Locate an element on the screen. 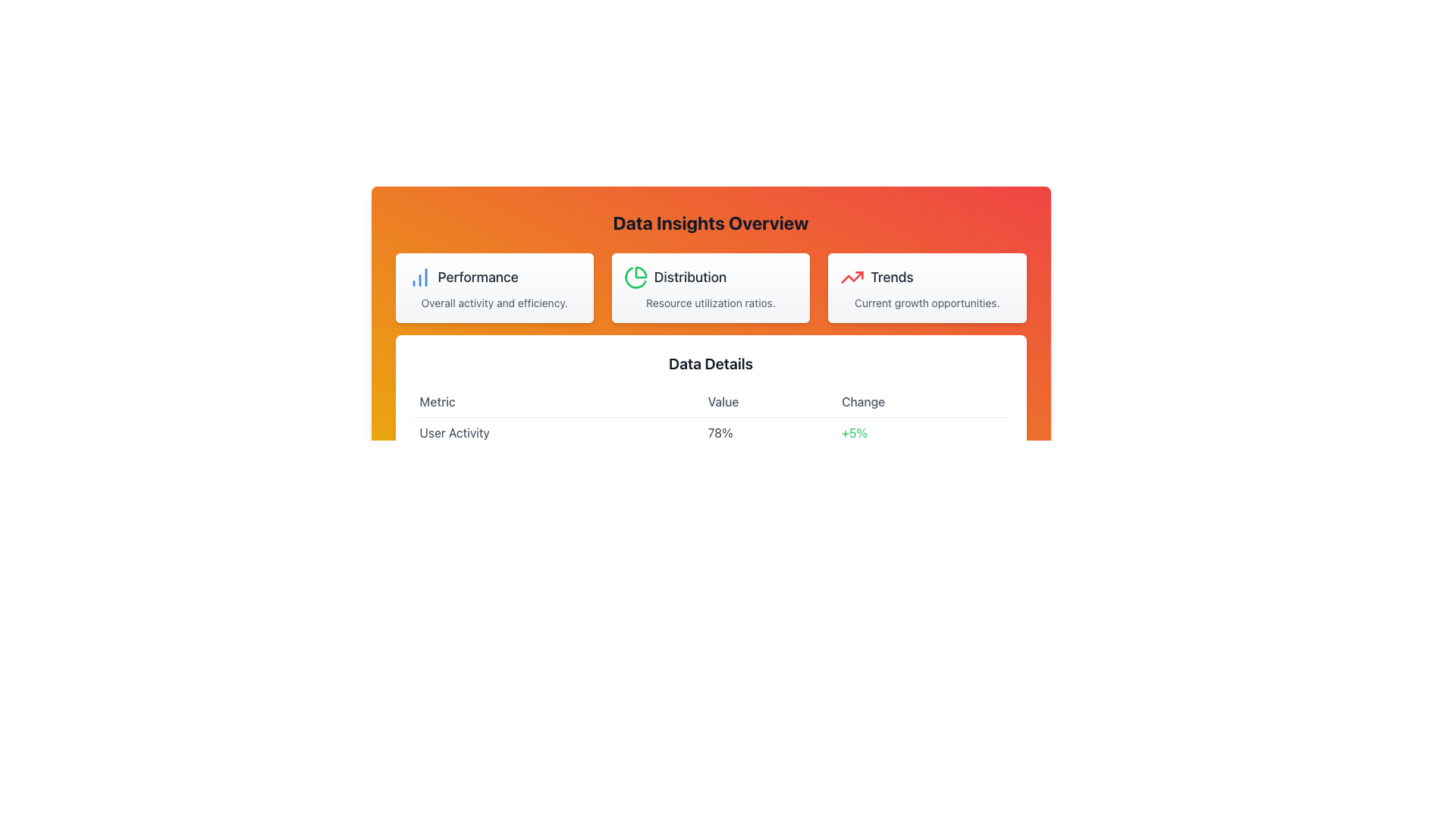 Image resolution: width=1456 pixels, height=819 pixels. the small, circular pie chart icon with a green outline located in the 'Distribution' section, positioned between the 'Performance' and 'Trends' sections is located at coordinates (635, 278).